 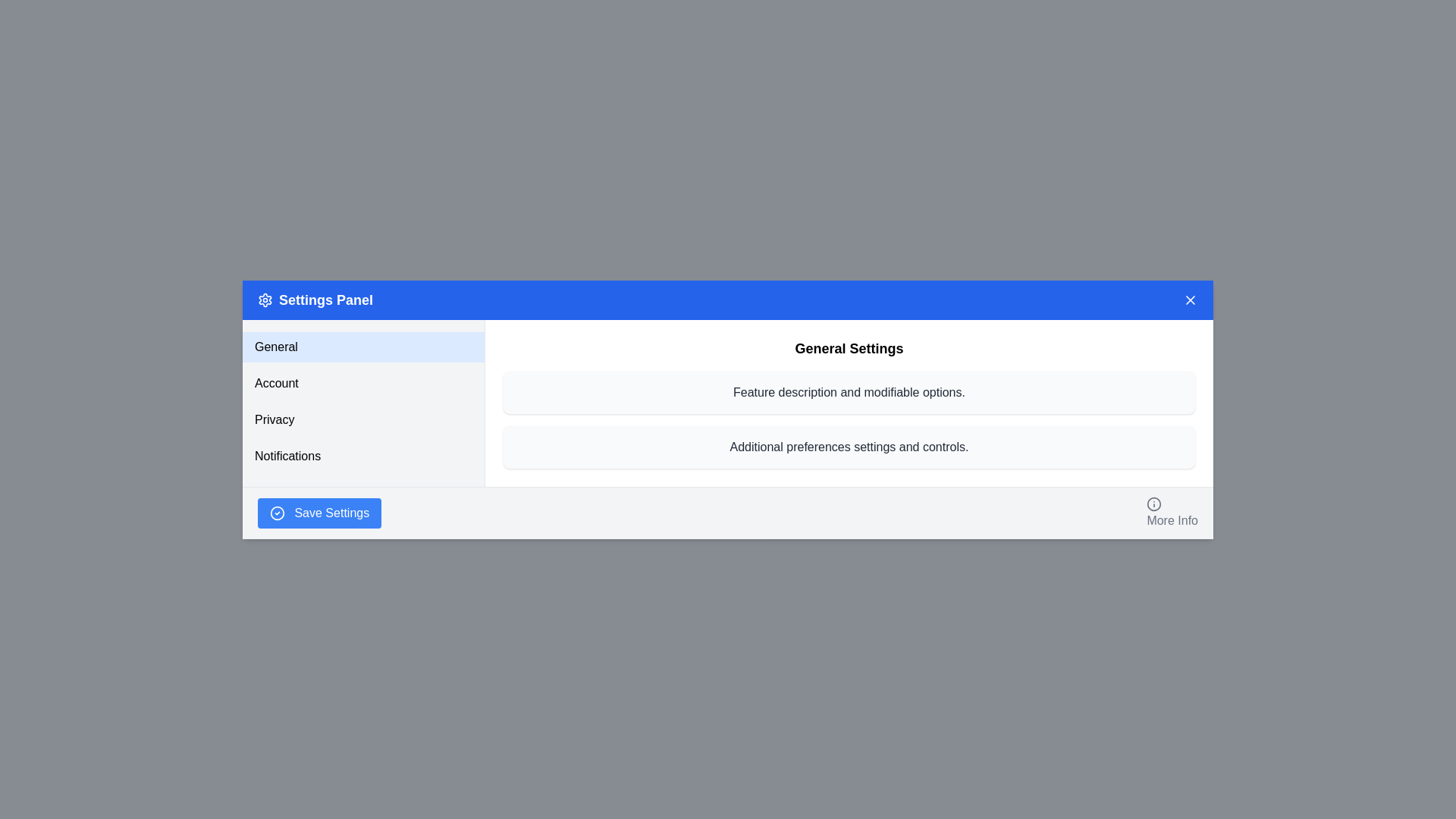 I want to click on the close button icon located in the top-right corner of the blue header bar, so click(x=1189, y=300).